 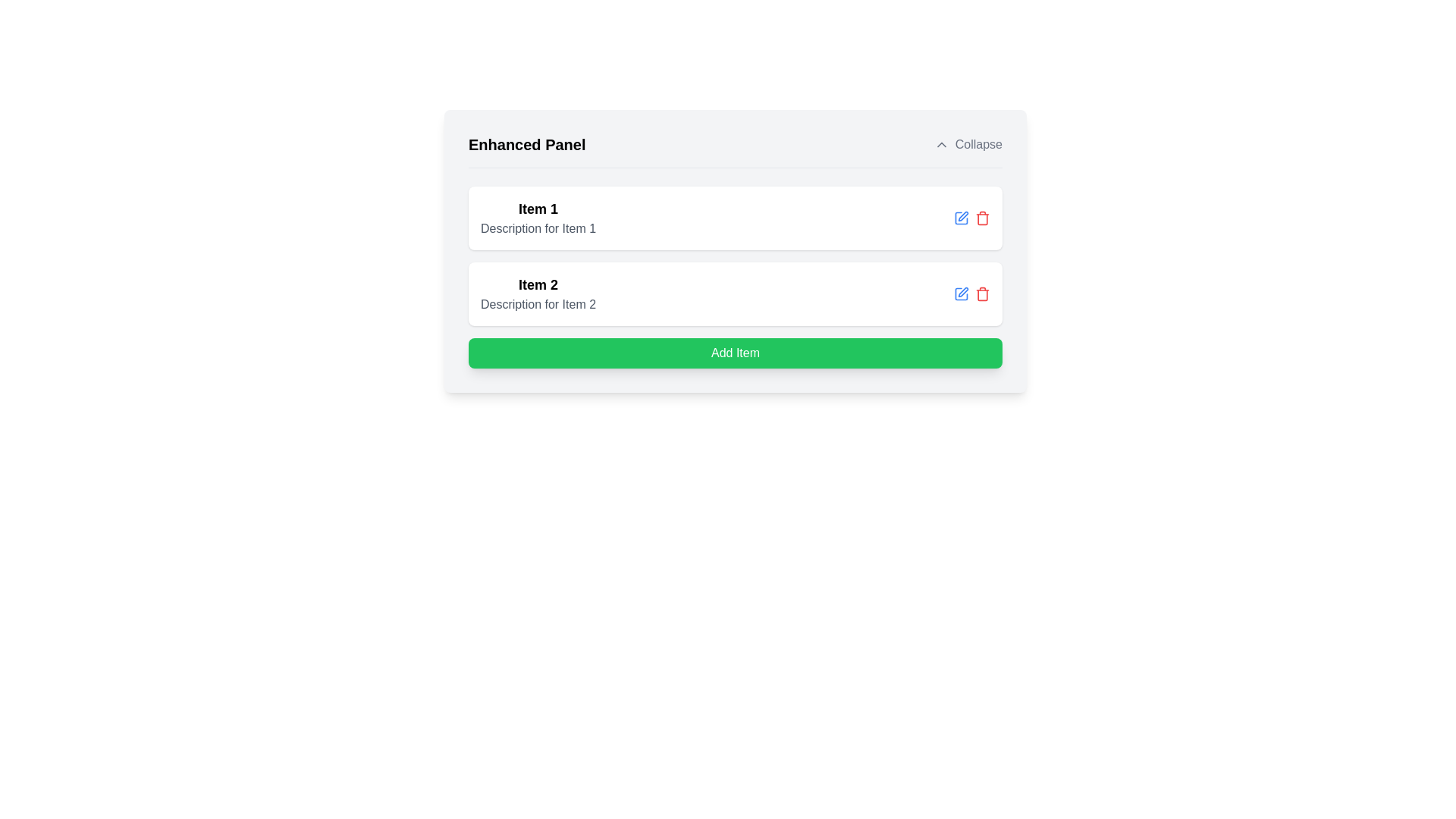 What do you see at coordinates (978, 145) in the screenshot?
I see `the label indicating the action of collapsing the associated panel, located to the right of the upward chevron icon in the panel's header area` at bounding box center [978, 145].